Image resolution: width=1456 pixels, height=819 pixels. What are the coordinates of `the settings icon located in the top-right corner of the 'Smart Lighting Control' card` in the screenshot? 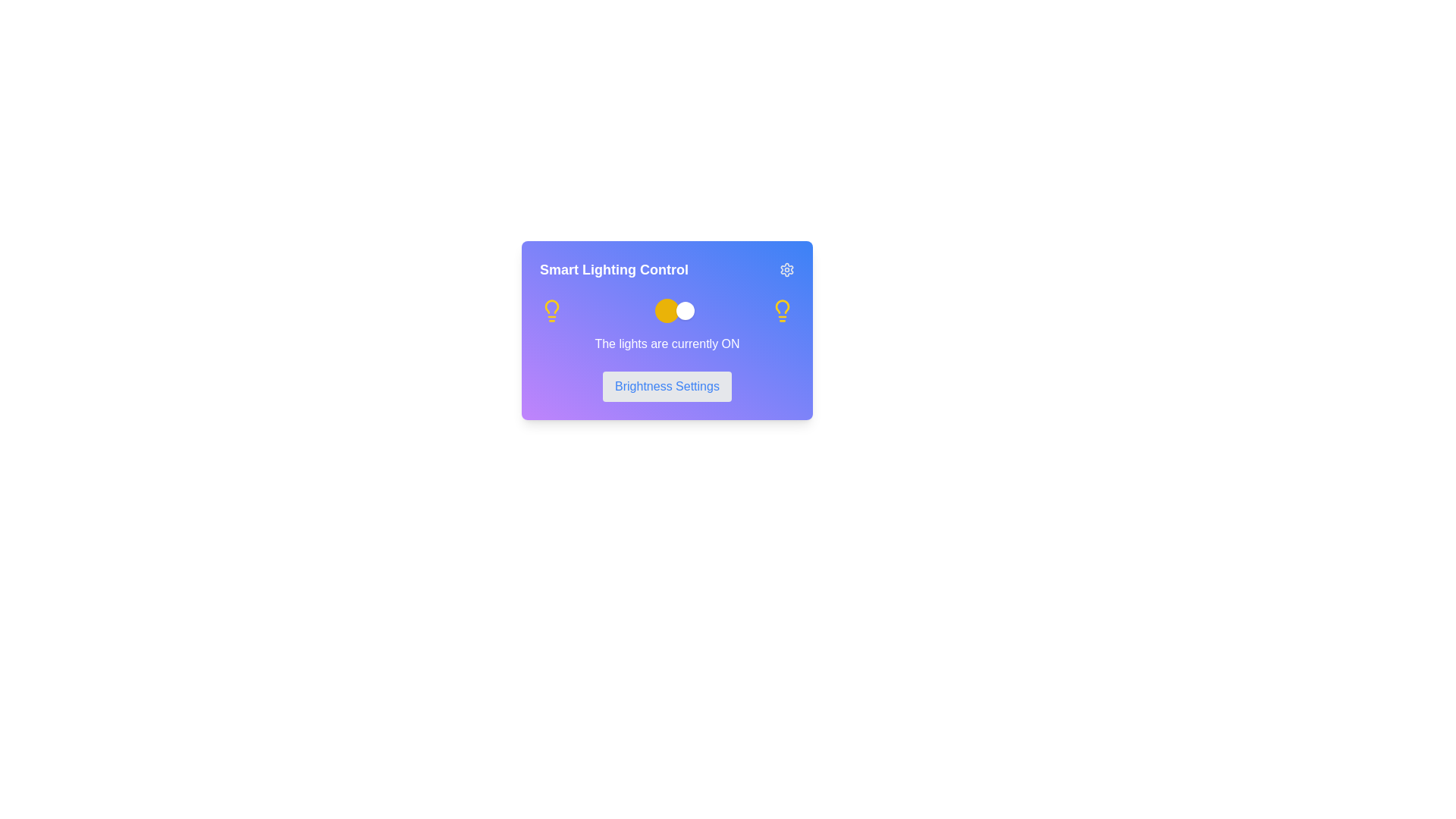 It's located at (786, 268).